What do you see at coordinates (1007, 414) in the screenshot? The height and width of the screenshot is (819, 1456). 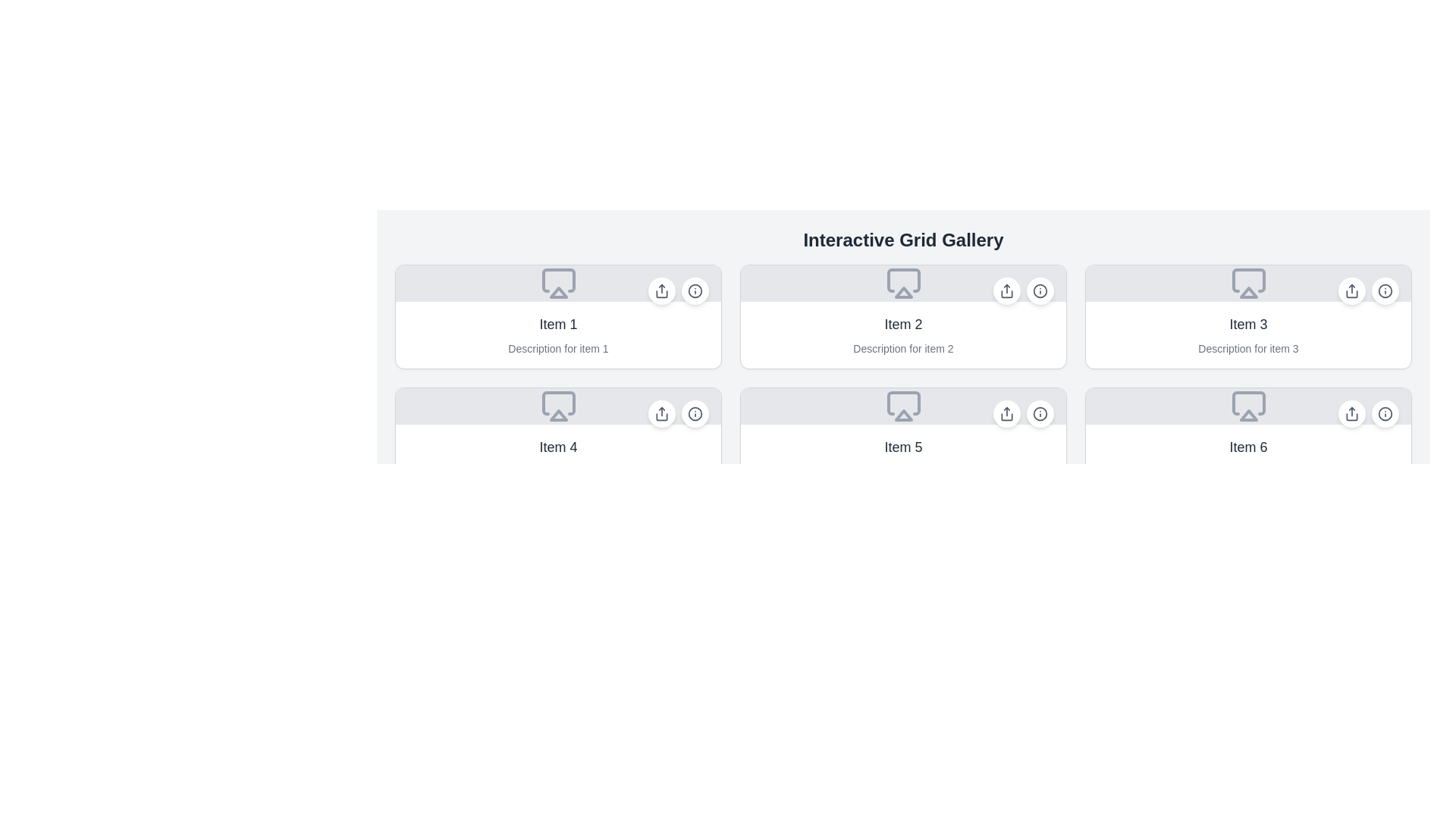 I see `the share icon button located at the bottom-right corner of 'Item 5' in the interactive grid gallery` at bounding box center [1007, 414].